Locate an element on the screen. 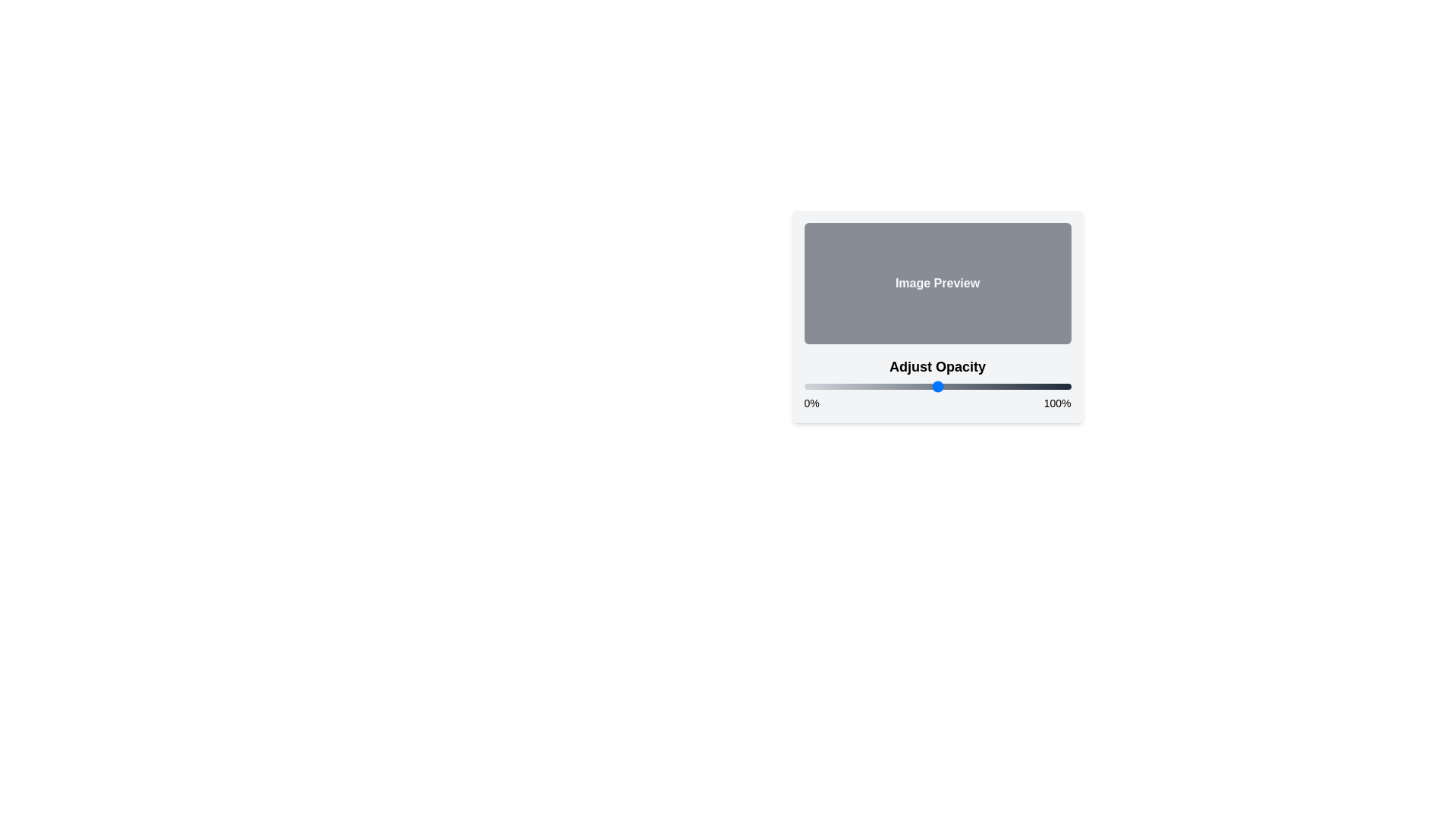 The width and height of the screenshot is (1456, 819). the opacity is located at coordinates (966, 385).